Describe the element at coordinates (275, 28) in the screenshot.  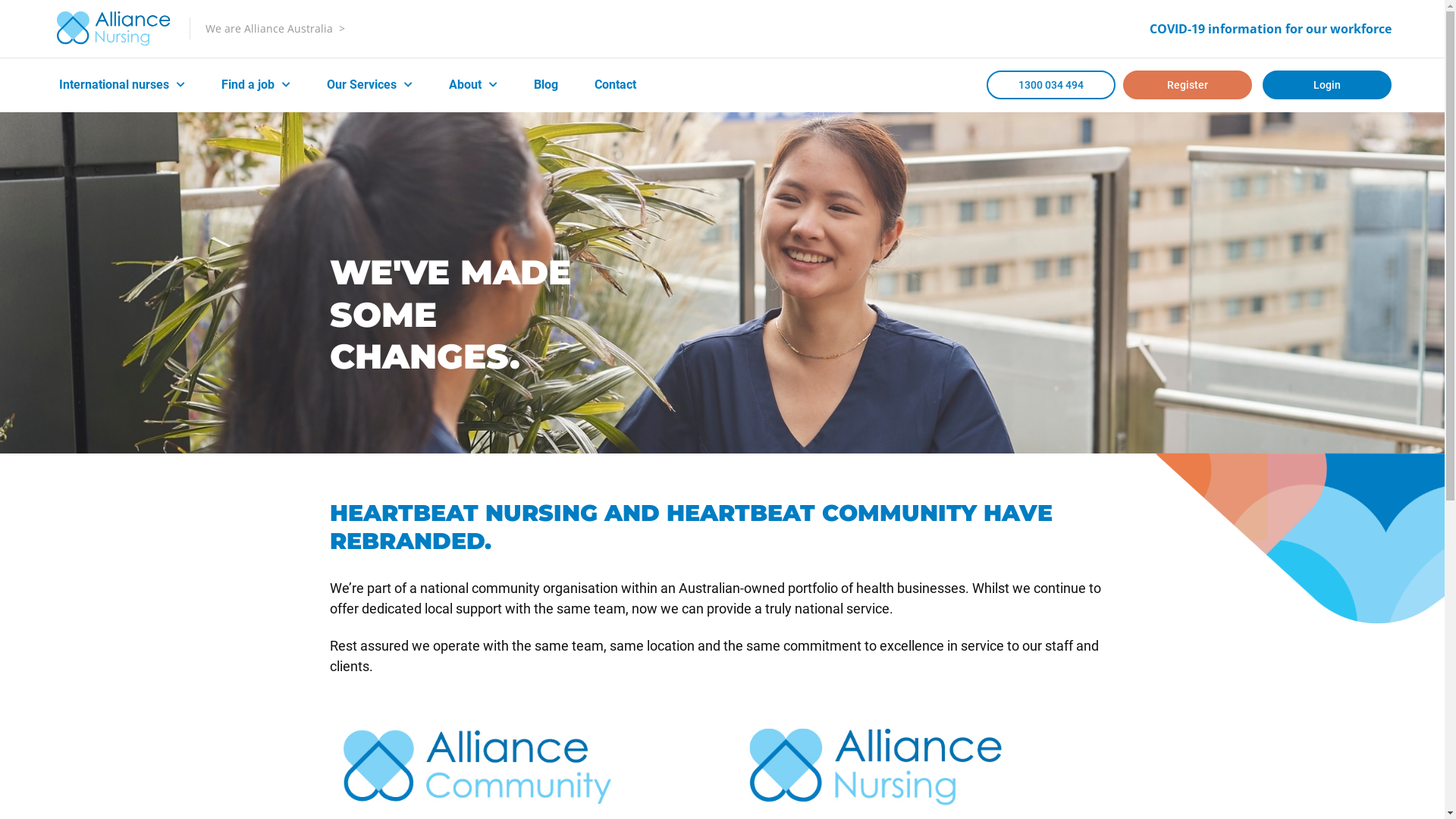
I see `'We are Alliance Australia  >'` at that location.